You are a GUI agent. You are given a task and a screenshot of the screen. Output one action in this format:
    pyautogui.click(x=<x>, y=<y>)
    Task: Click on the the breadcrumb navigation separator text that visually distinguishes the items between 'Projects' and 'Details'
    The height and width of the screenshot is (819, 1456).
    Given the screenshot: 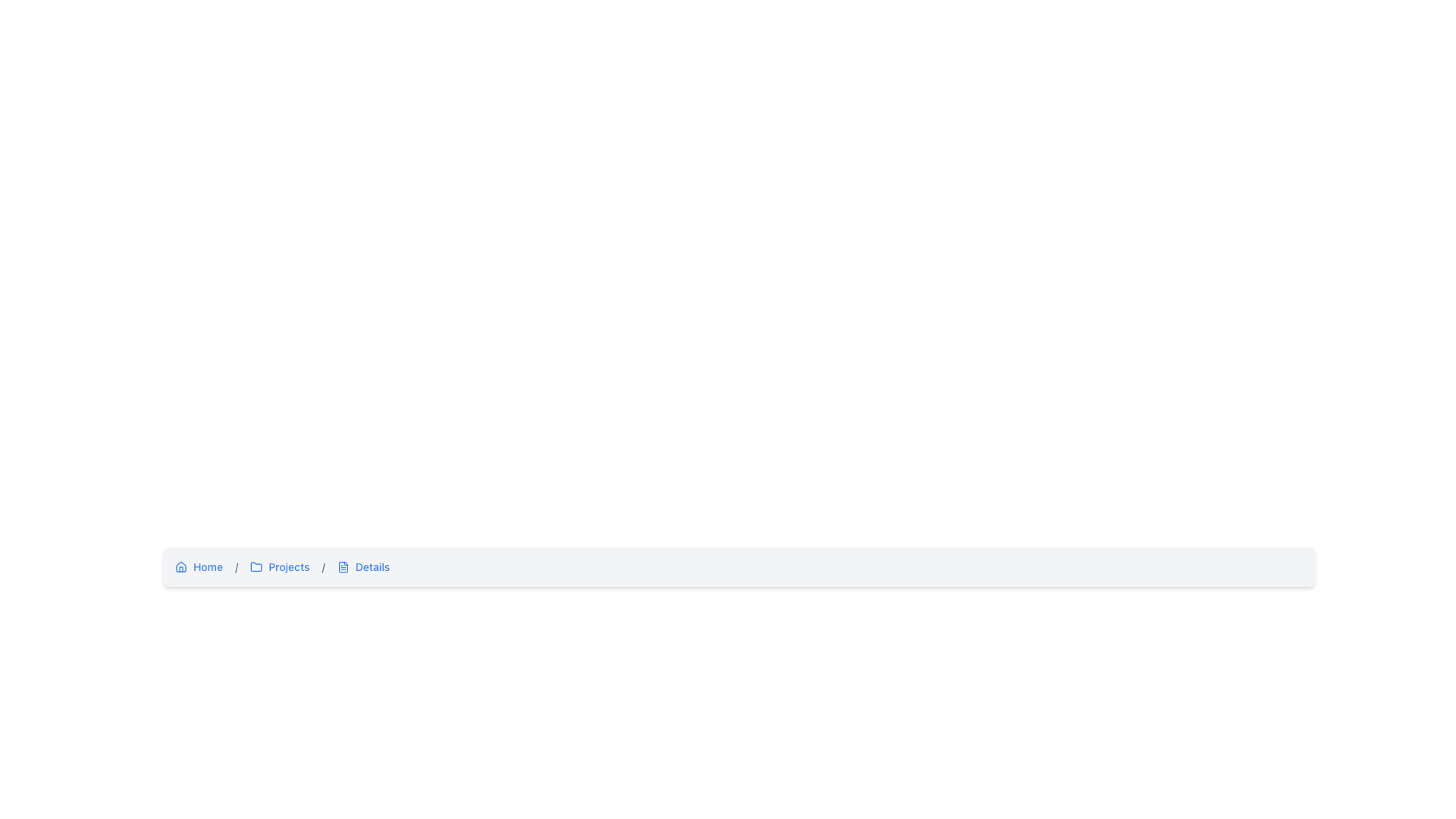 What is the action you would take?
    pyautogui.click(x=236, y=566)
    